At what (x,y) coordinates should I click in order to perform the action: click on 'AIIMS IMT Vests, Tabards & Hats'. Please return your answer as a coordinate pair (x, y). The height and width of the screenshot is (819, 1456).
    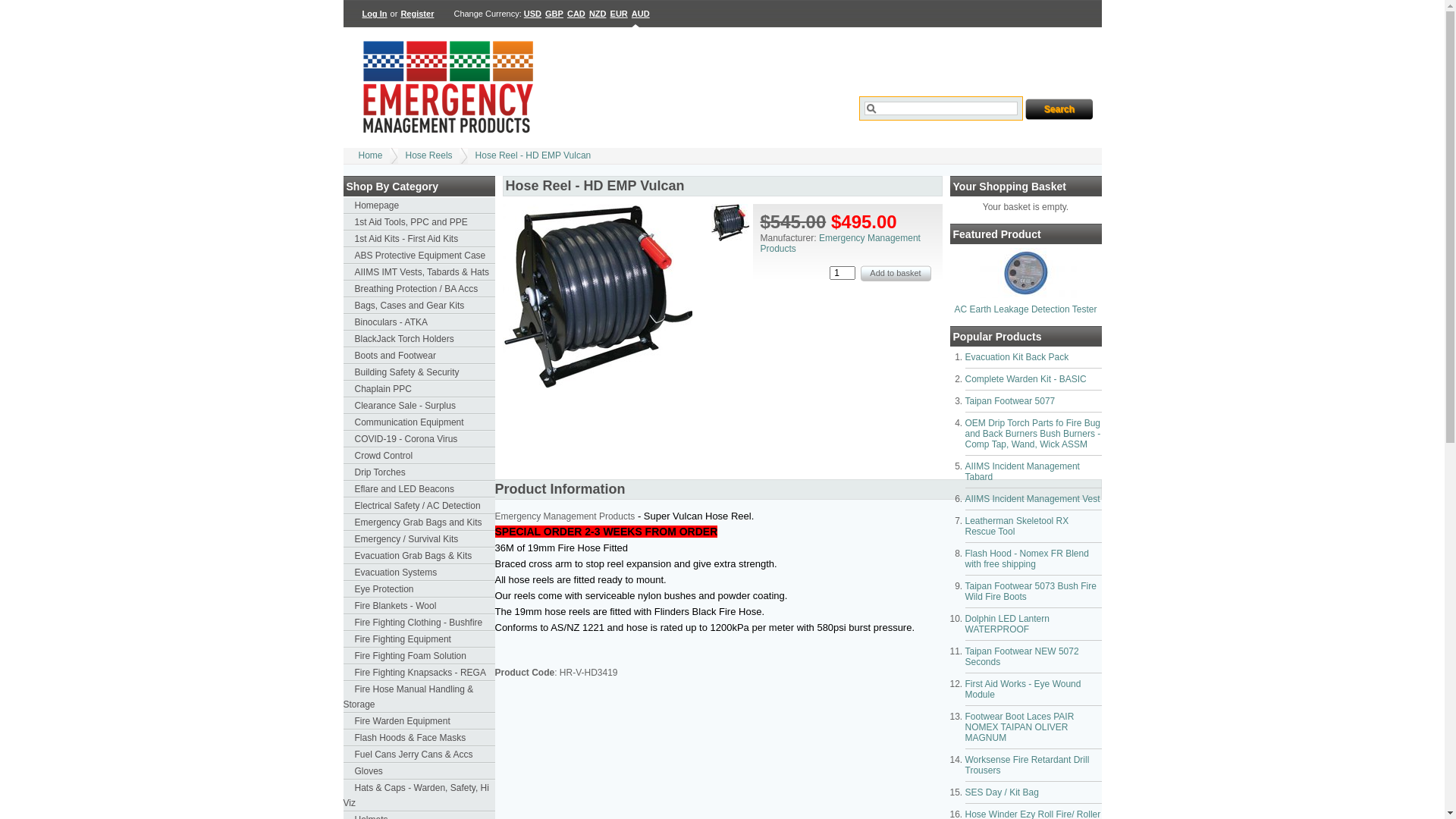
    Looking at the image, I should click on (419, 271).